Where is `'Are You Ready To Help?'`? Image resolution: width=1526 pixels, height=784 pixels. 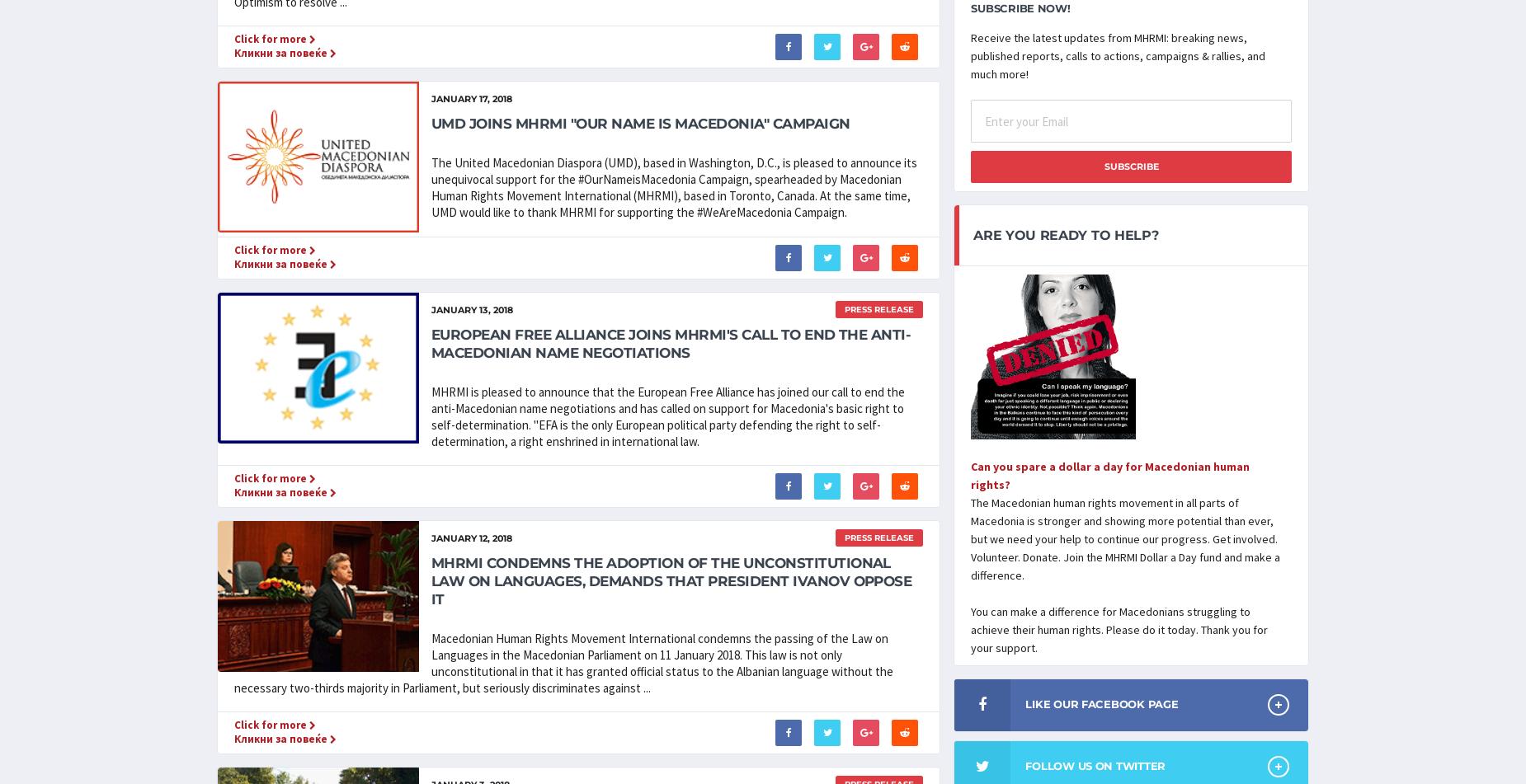
'Are You Ready To Help?' is located at coordinates (972, 234).